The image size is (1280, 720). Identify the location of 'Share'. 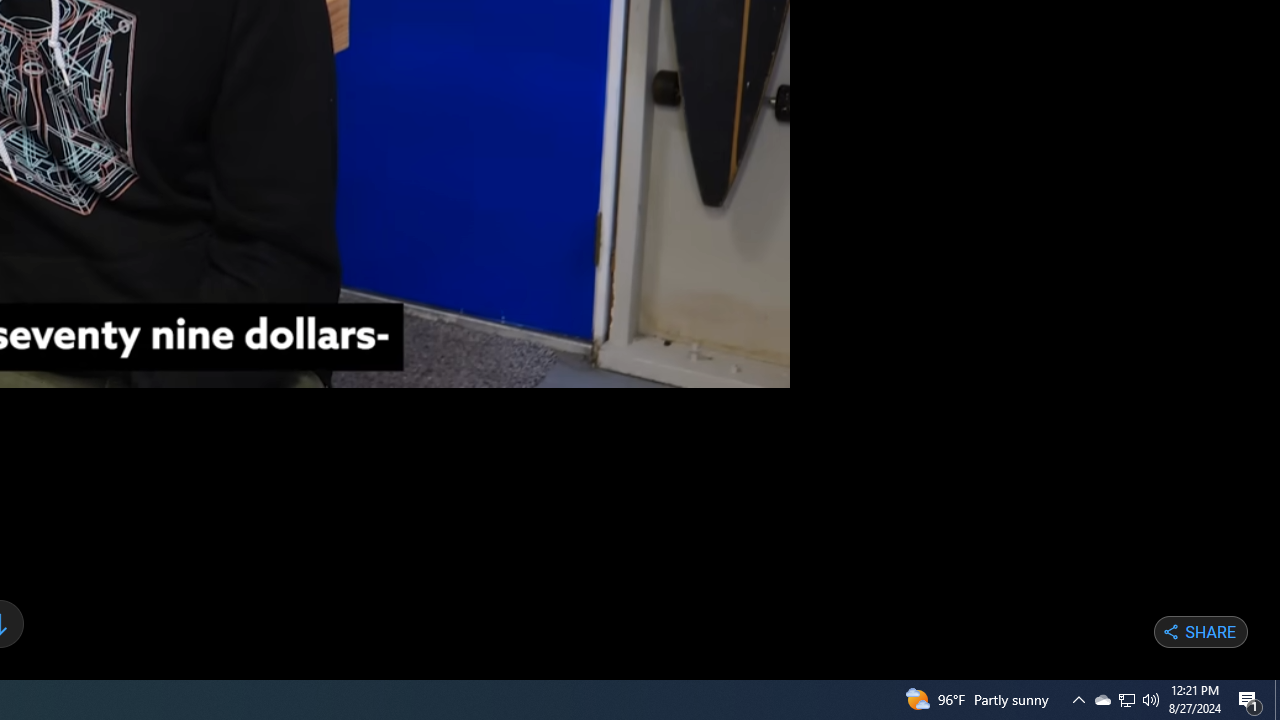
(1200, 632).